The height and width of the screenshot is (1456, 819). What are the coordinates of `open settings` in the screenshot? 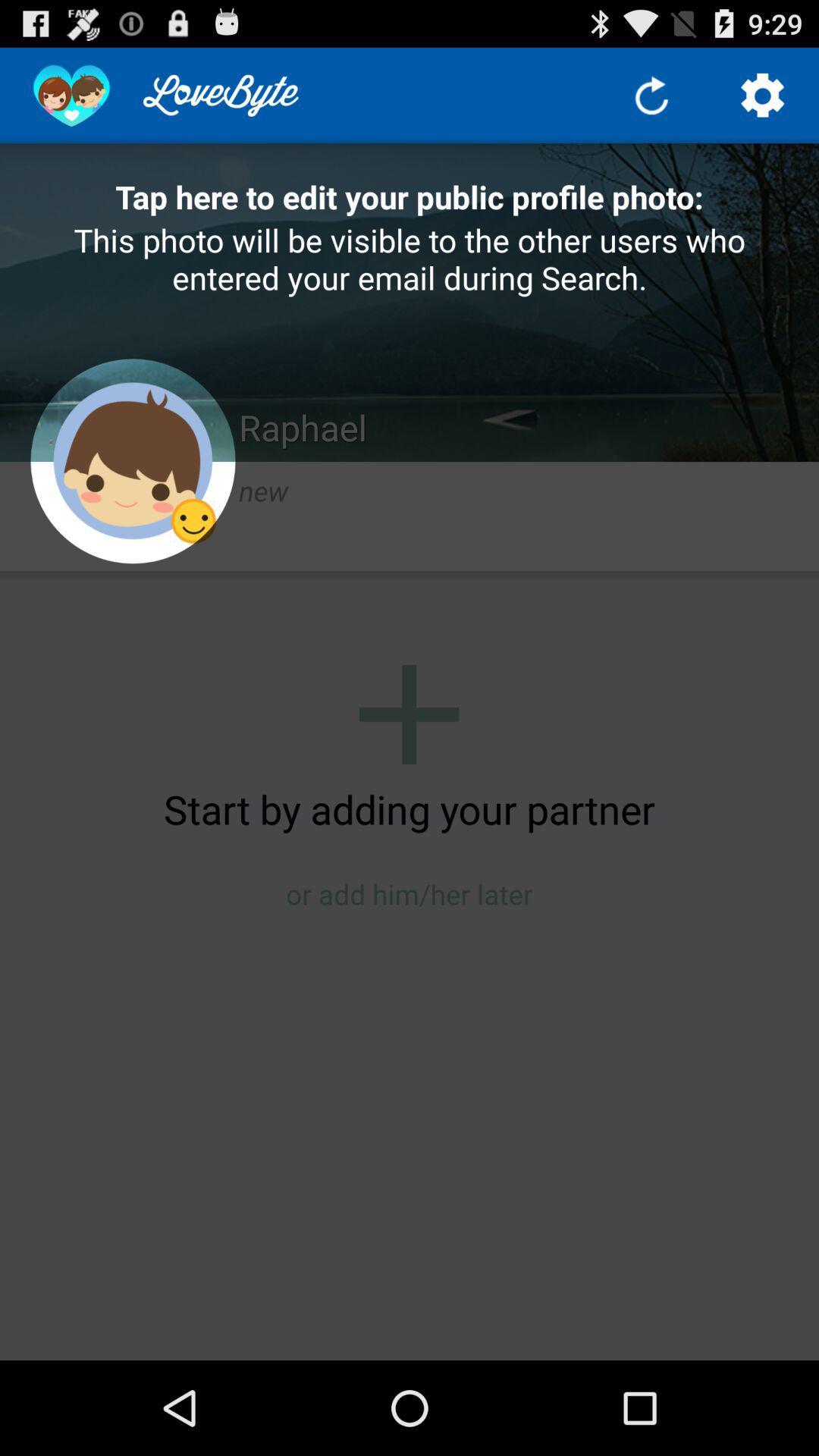 It's located at (763, 94).